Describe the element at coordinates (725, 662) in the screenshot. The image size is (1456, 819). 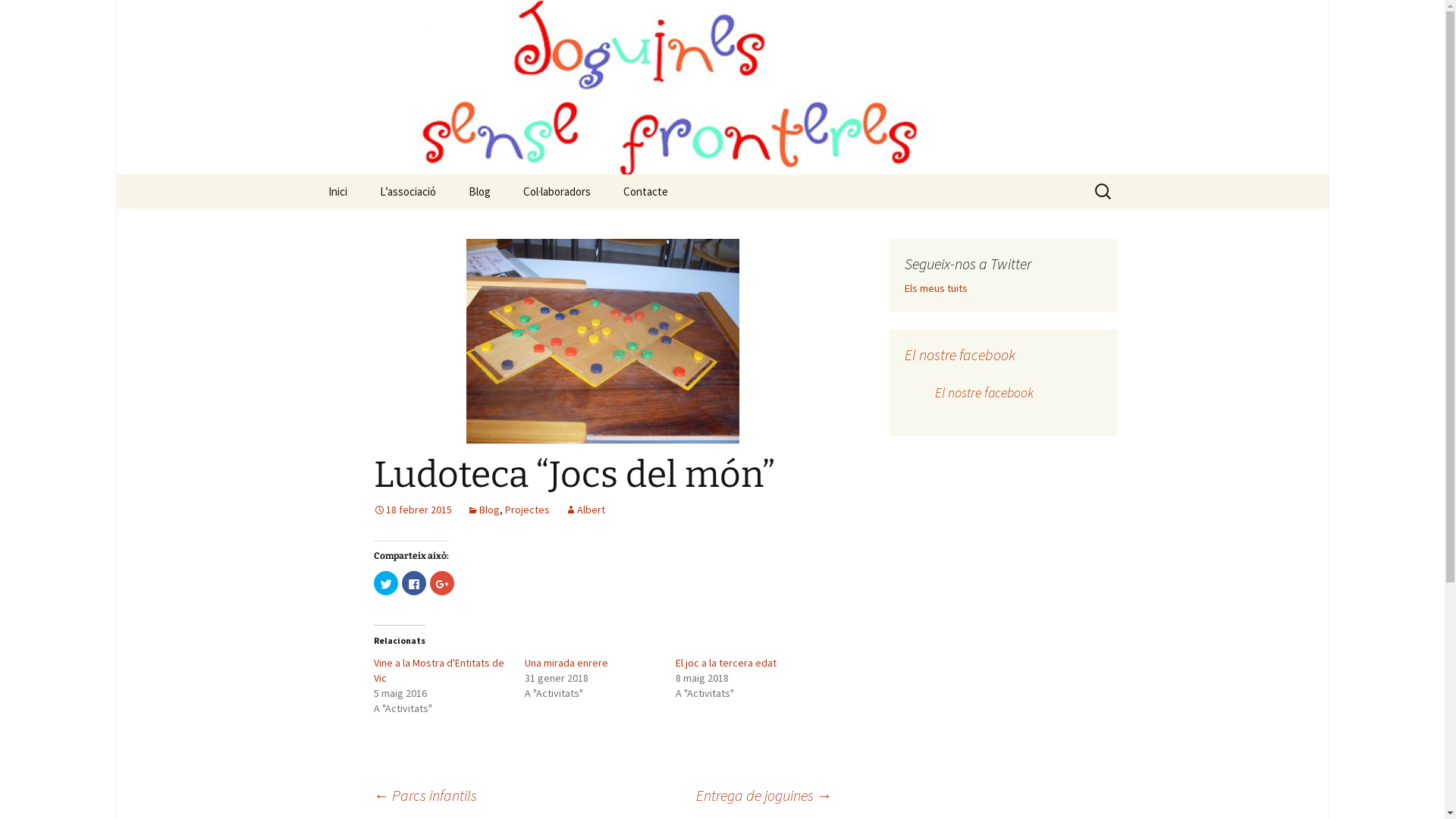
I see `'El joc a la tercera edat'` at that location.